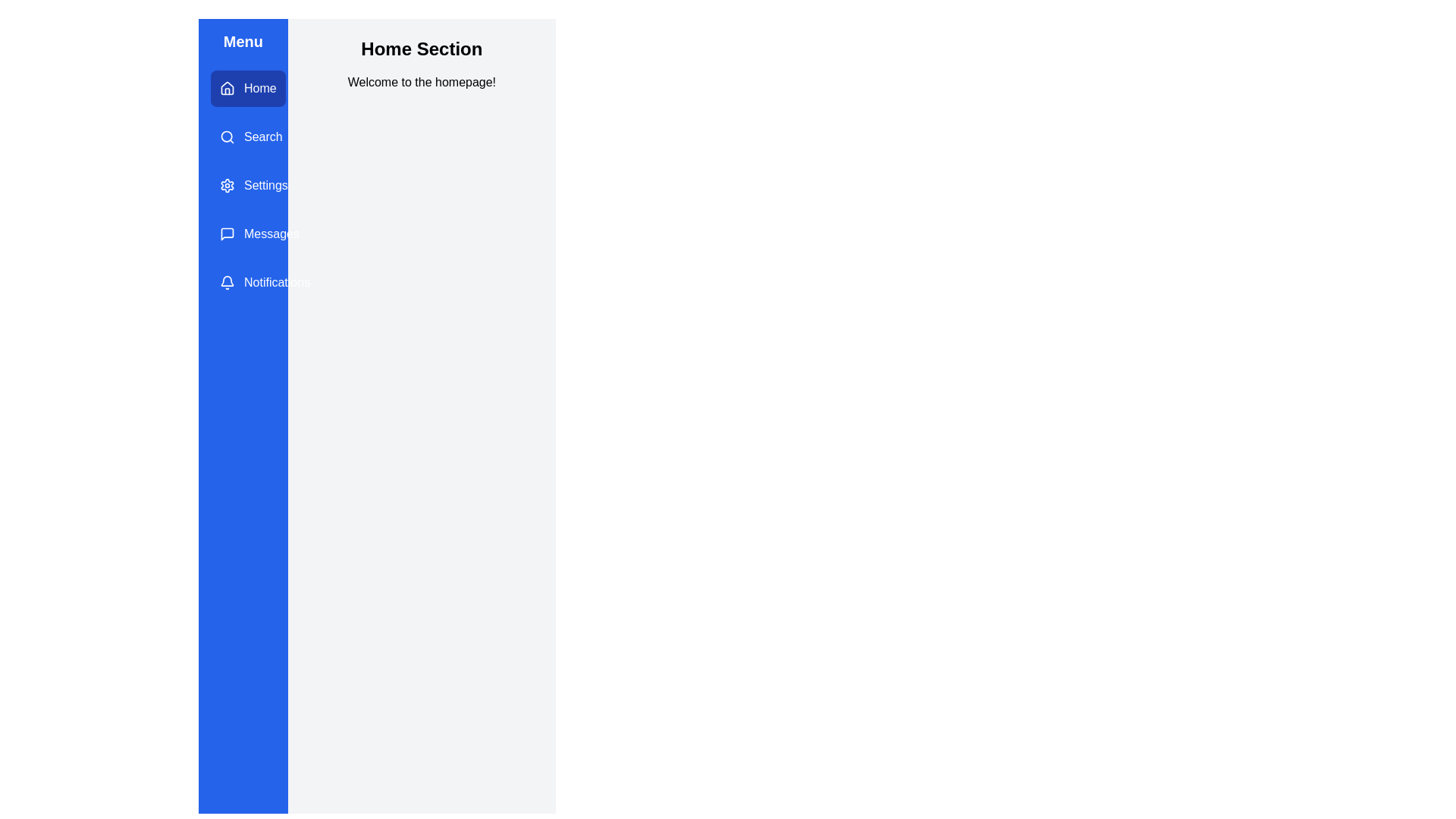  I want to click on the 'Home' icon located to the left of the text 'Home' in the navigation menu, which has a blue highlighted background, so click(226, 88).